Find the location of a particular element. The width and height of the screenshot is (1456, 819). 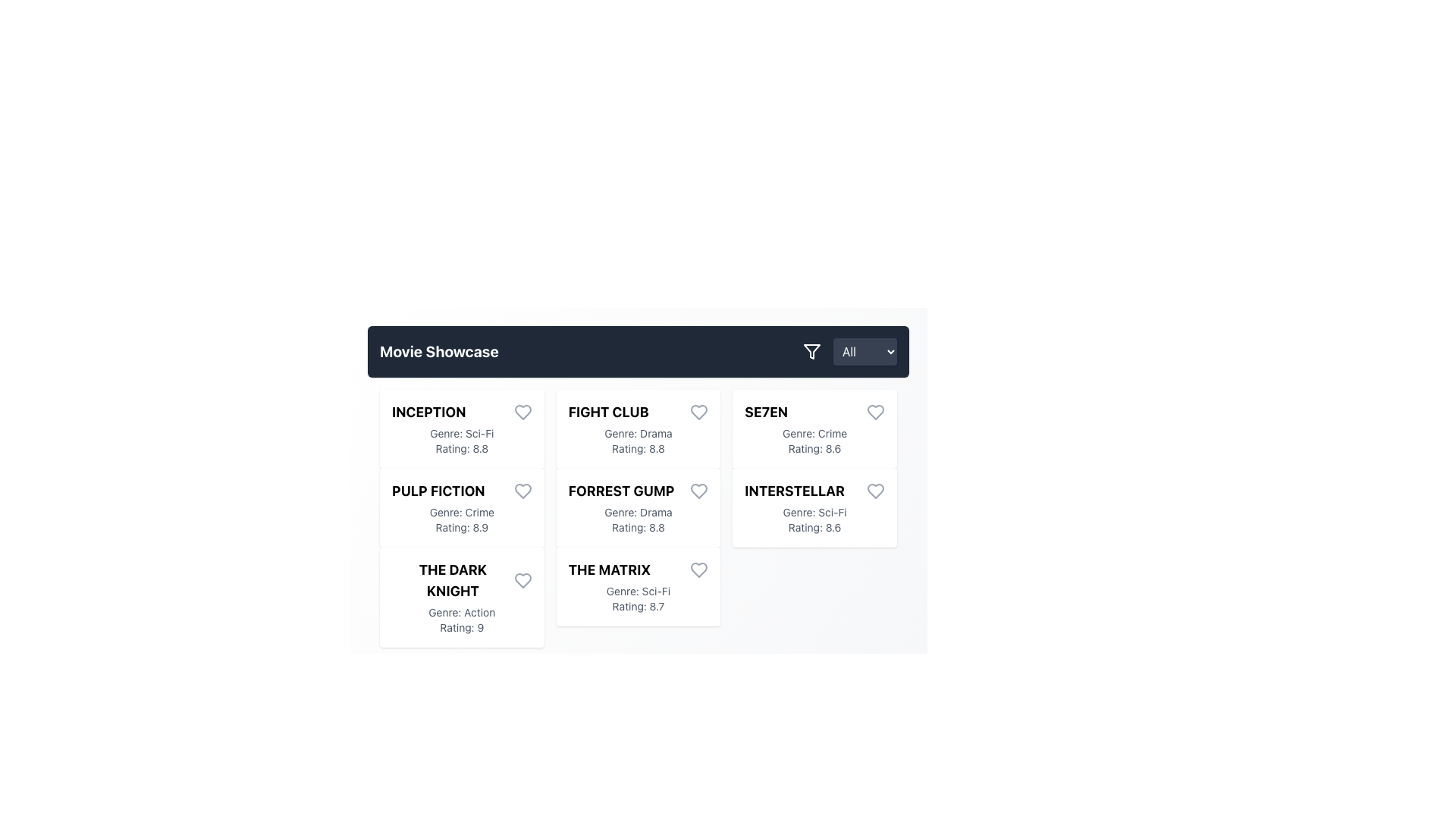

the heart icon located at the top right of the movie 'Inception' card, which is styled as a line drawing and has a symmetrical shape is located at coordinates (522, 412).